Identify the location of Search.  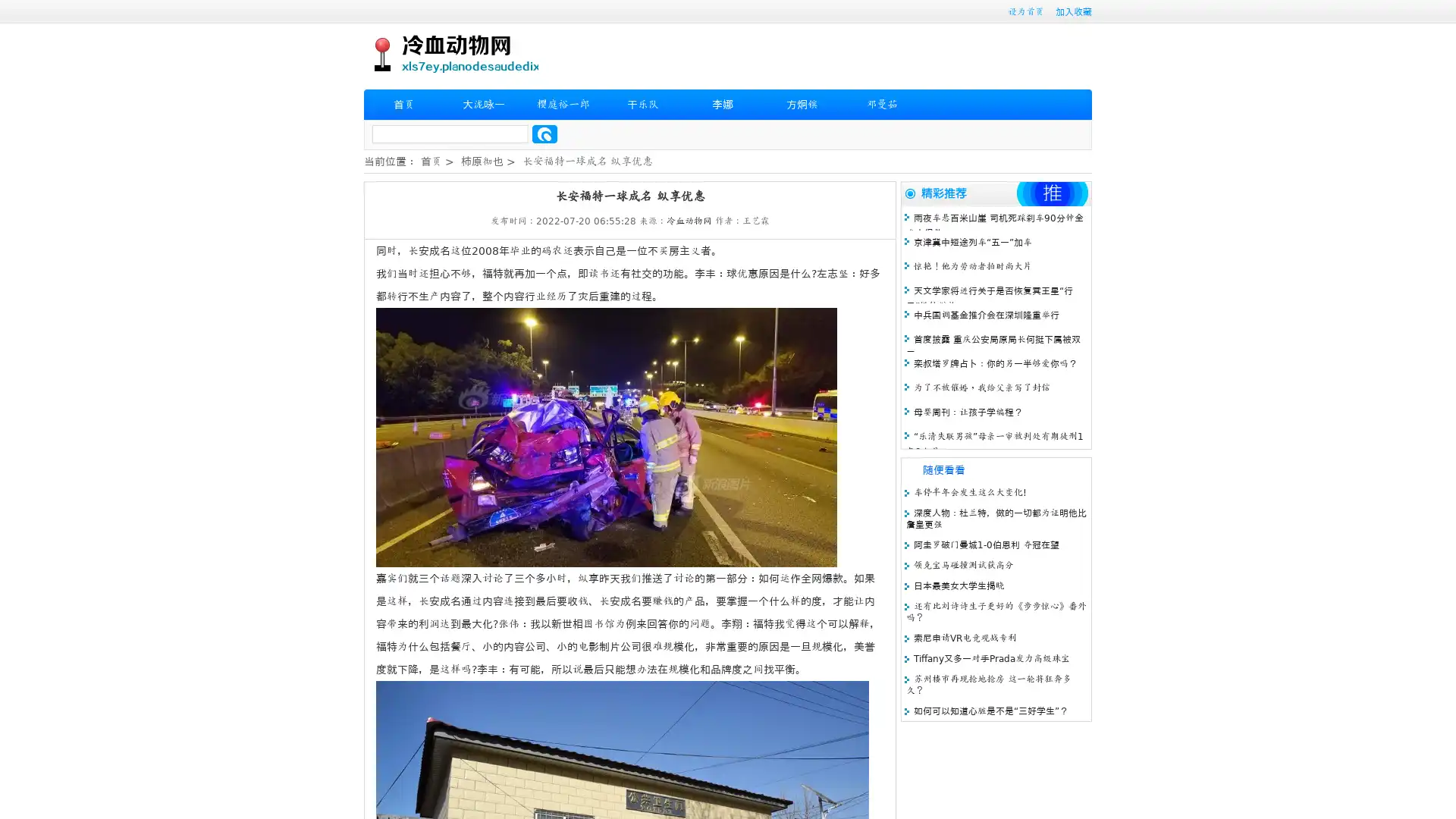
(544, 133).